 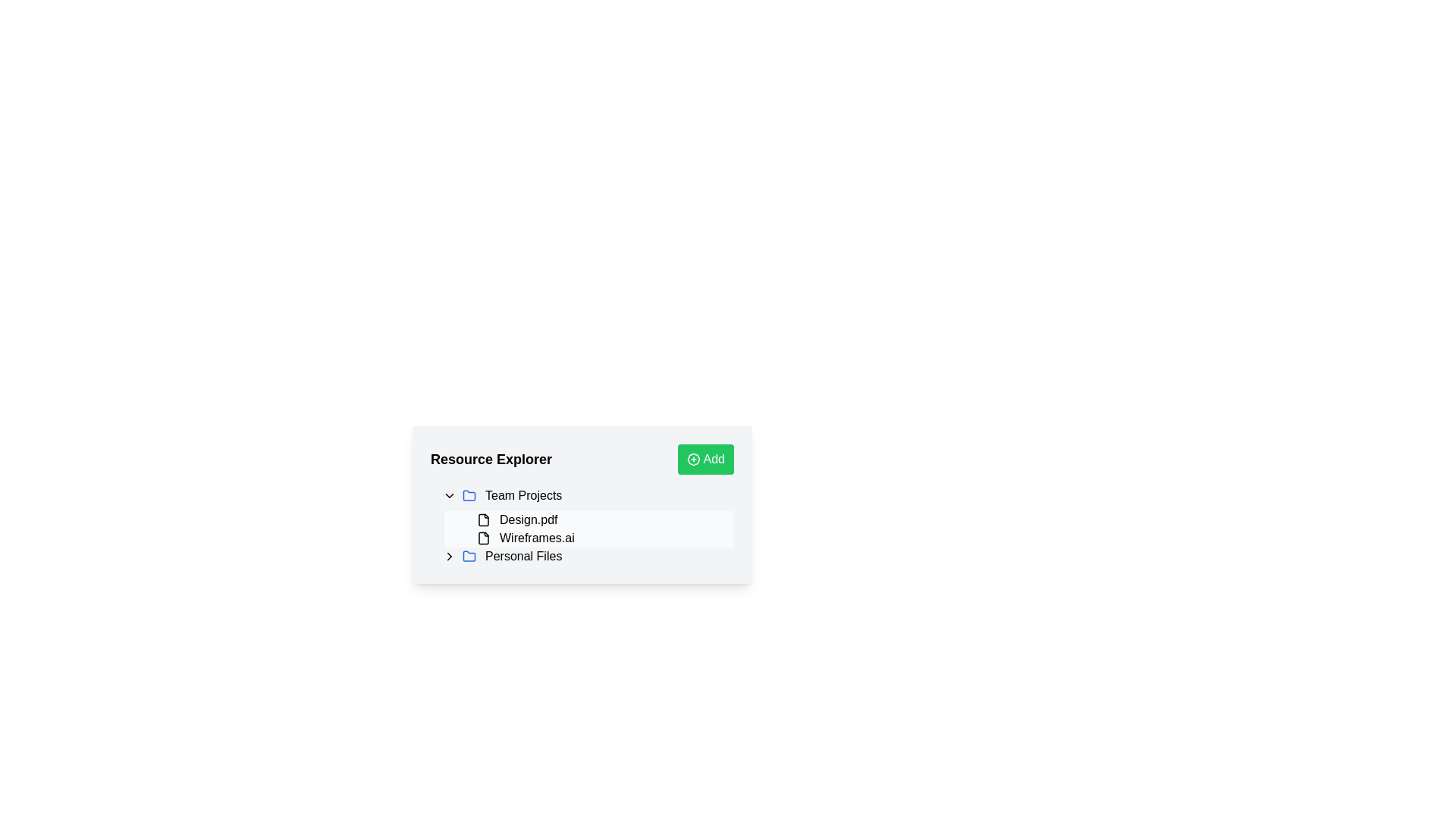 What do you see at coordinates (469, 494) in the screenshot?
I see `the folder icon located to the right of the 'Personal Files' folder label in the Resource Explorer interface` at bounding box center [469, 494].